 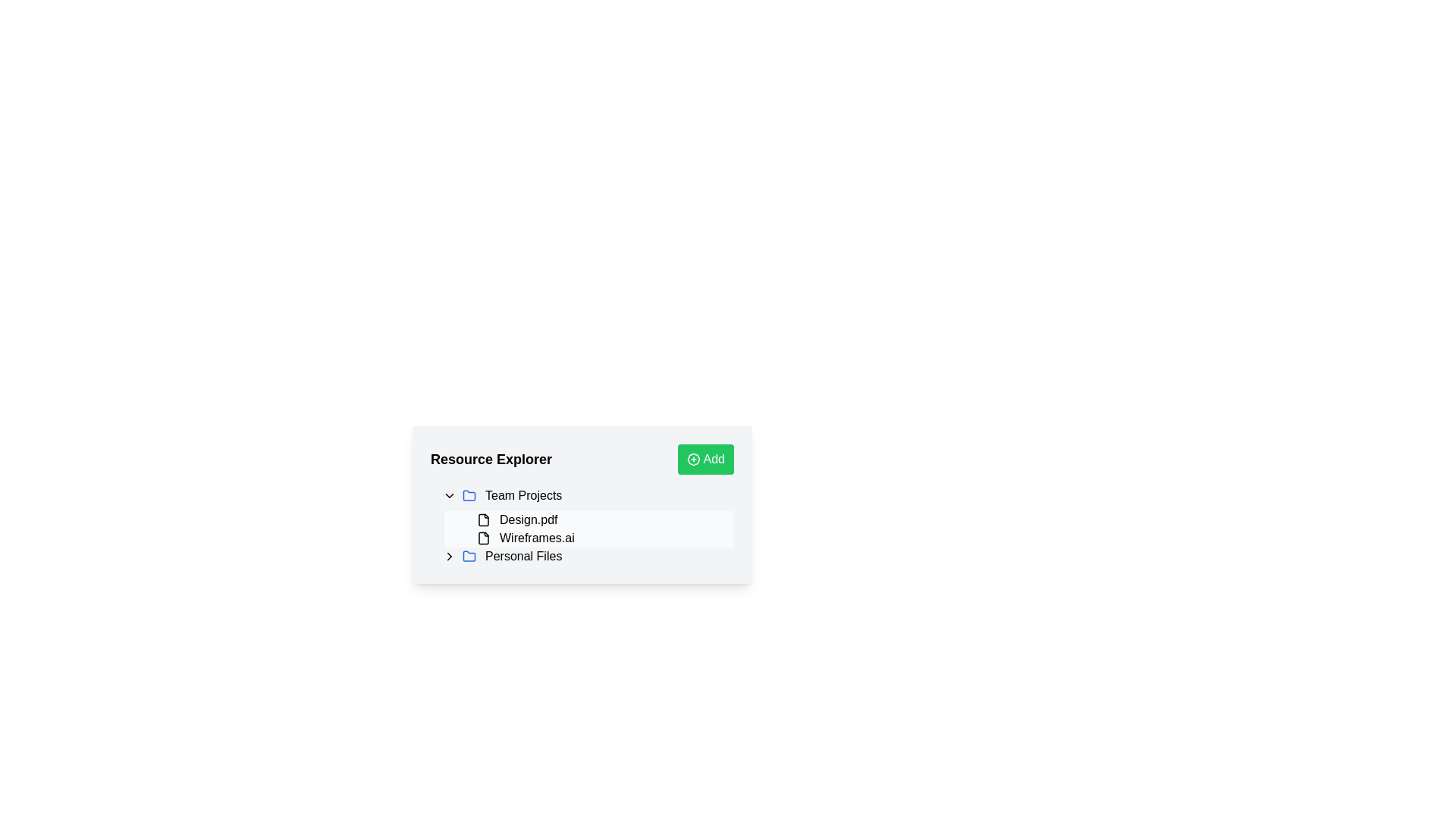 What do you see at coordinates (469, 494) in the screenshot?
I see `the folder icon located to the right of the 'Personal Files' folder label in the Resource Explorer interface` at bounding box center [469, 494].